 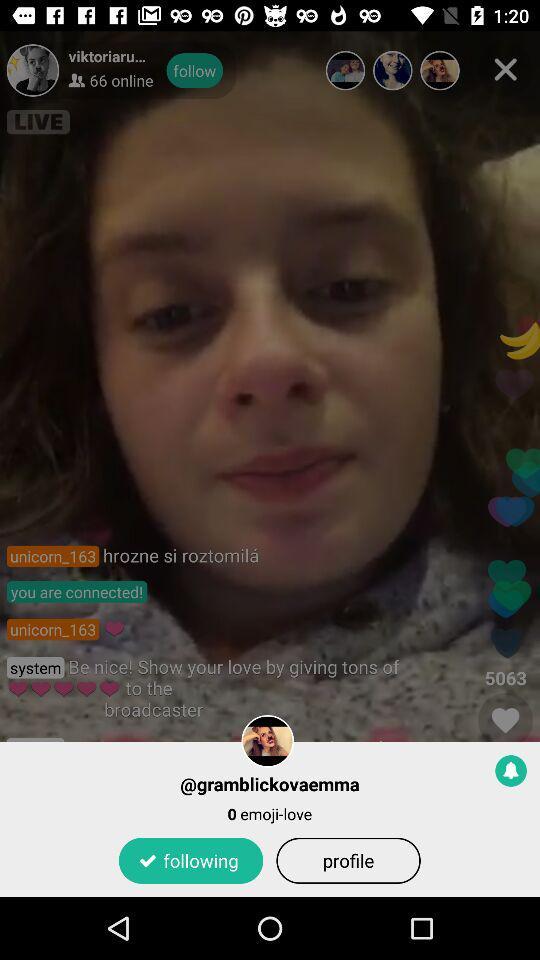 What do you see at coordinates (191, 859) in the screenshot?
I see `the item below 0 emoji-love` at bounding box center [191, 859].